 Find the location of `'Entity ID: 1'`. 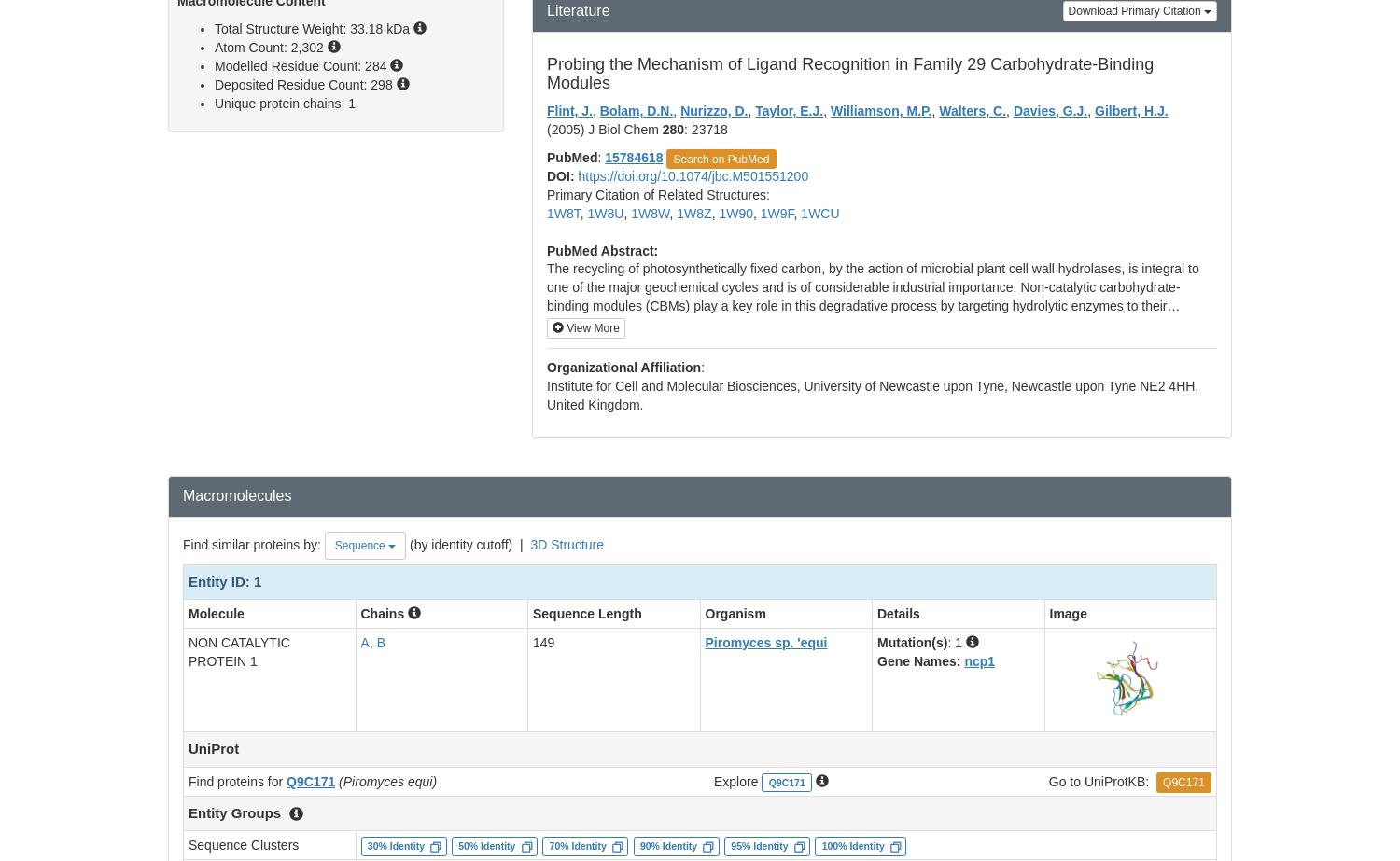

'Entity ID: 1' is located at coordinates (224, 579).